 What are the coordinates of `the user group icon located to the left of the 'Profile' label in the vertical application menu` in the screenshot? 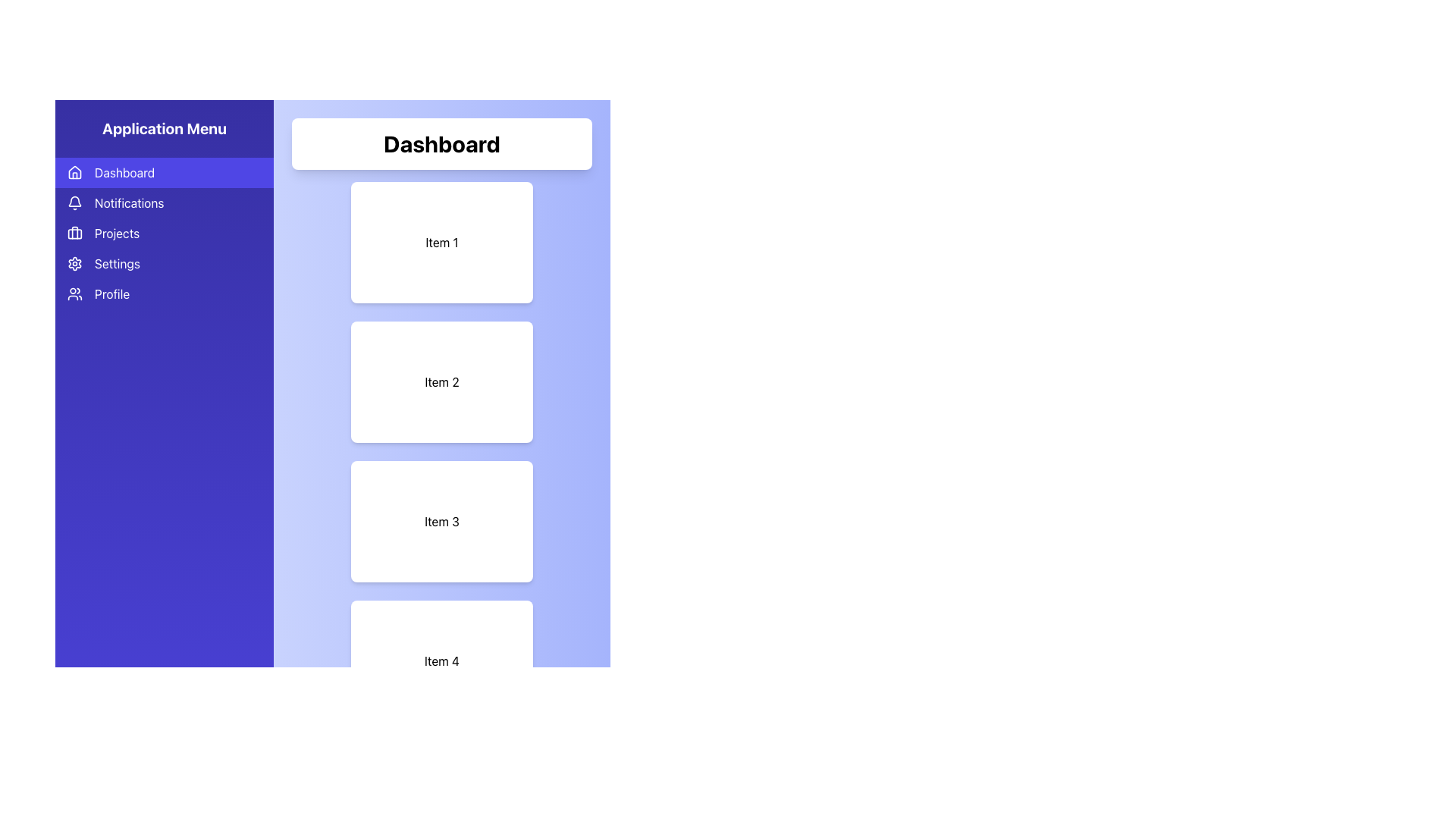 It's located at (74, 294).